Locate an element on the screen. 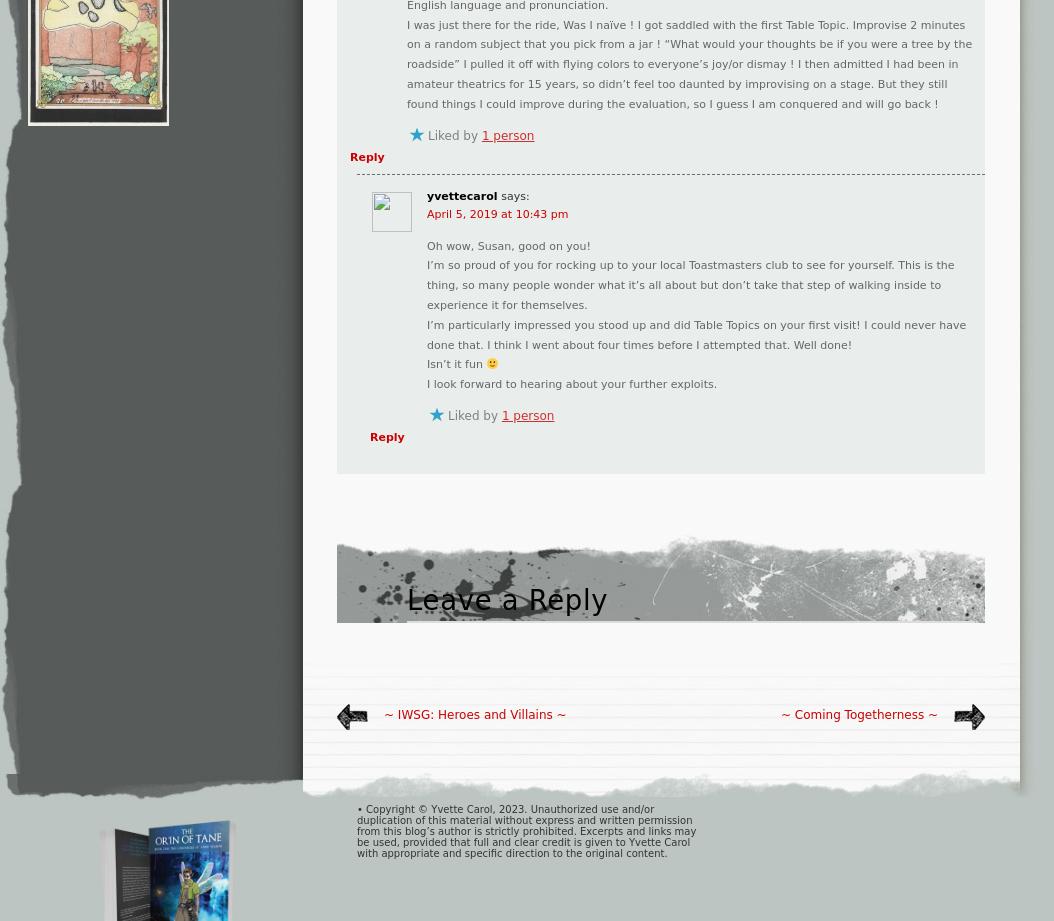 The height and width of the screenshot is (921, 1054). 'Oh wow, Susan, good on you!' is located at coordinates (507, 244).